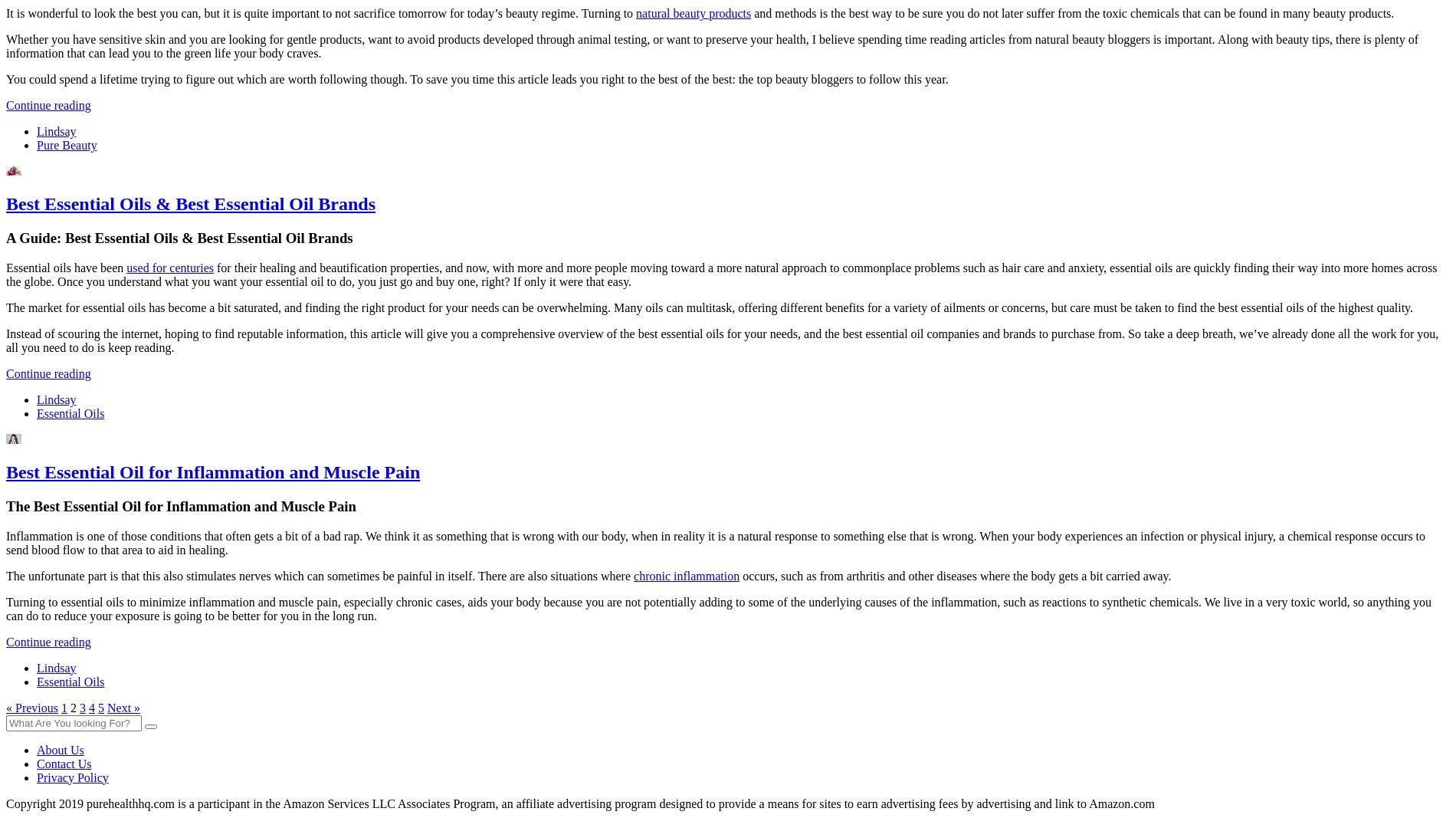 This screenshot has height=818, width=1456. Describe the element at coordinates (180, 505) in the screenshot. I see `'The Best Essential Oil for Inflammation and Muscle Pain'` at that location.